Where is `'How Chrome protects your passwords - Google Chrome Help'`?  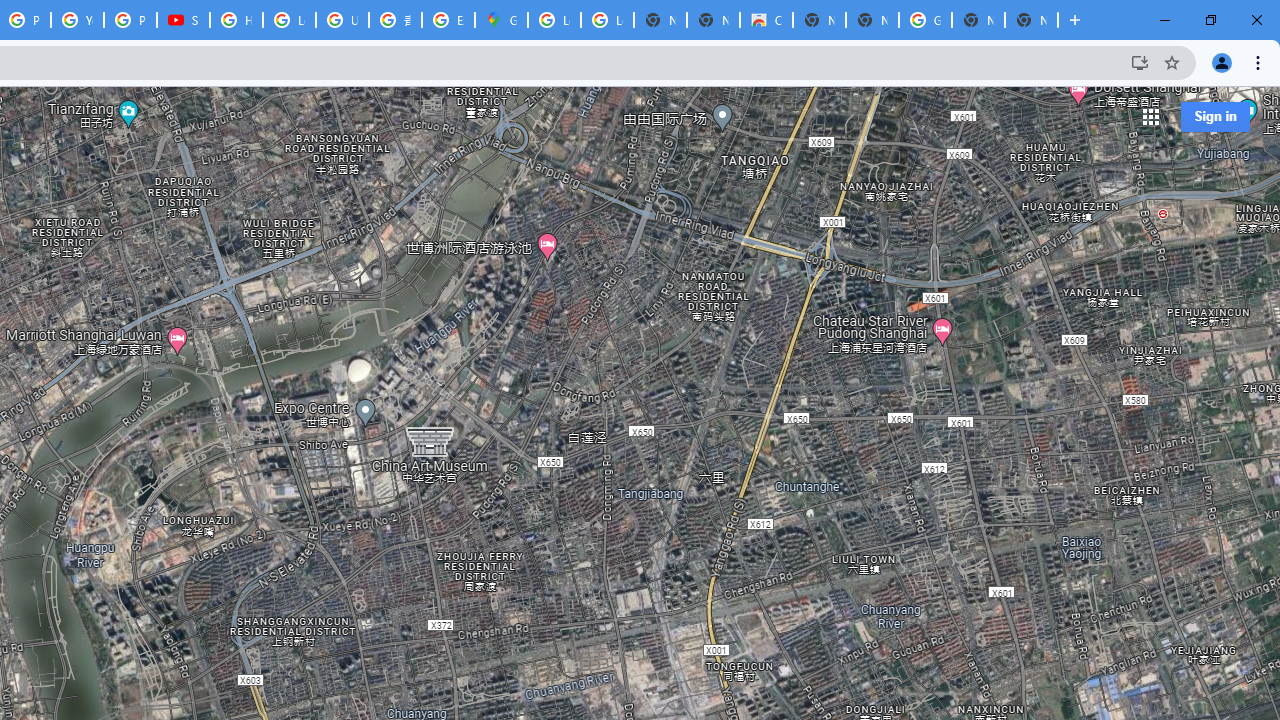 'How Chrome protects your passwords - Google Chrome Help' is located at coordinates (236, 20).